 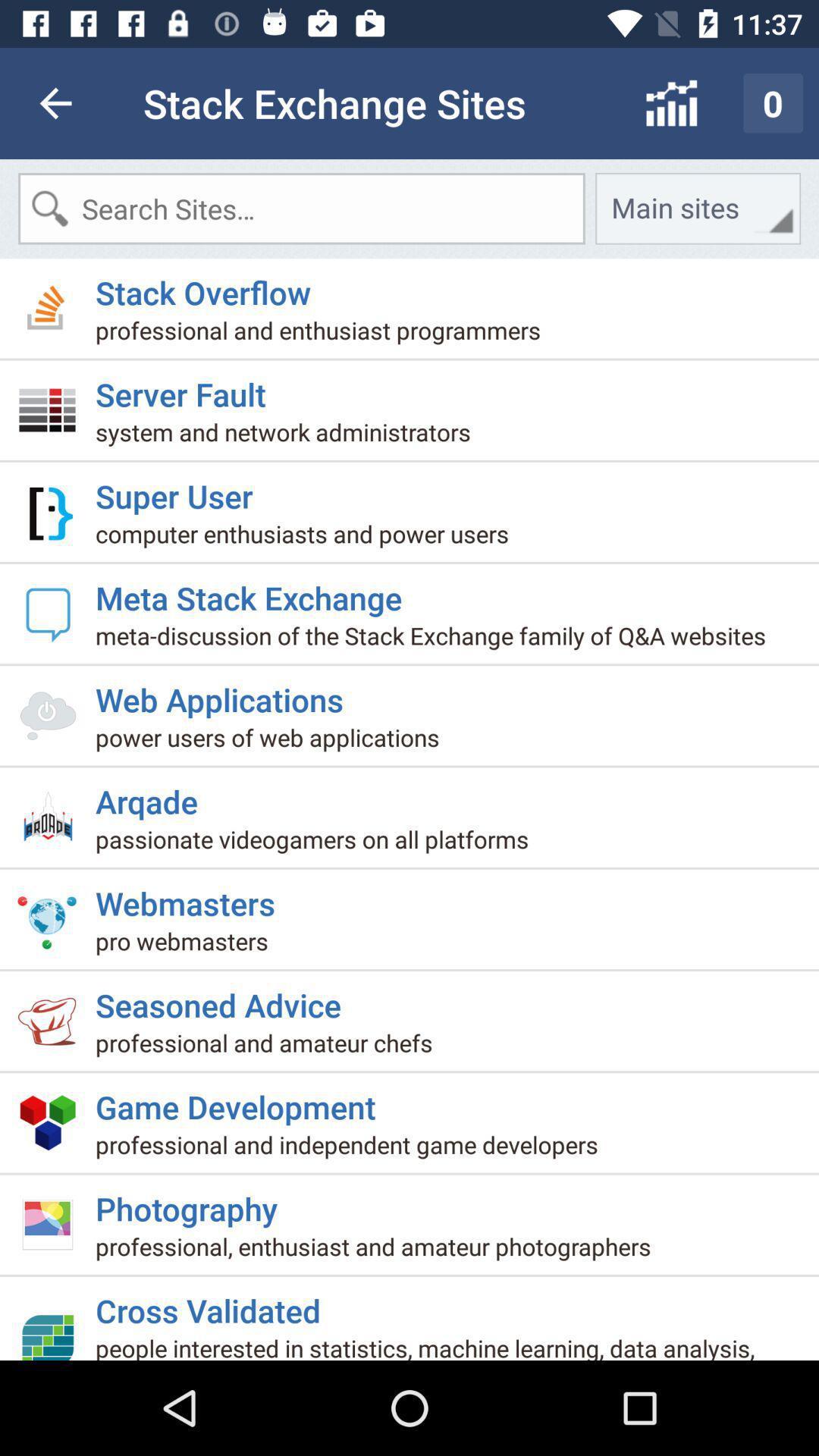 I want to click on search box, so click(x=301, y=208).